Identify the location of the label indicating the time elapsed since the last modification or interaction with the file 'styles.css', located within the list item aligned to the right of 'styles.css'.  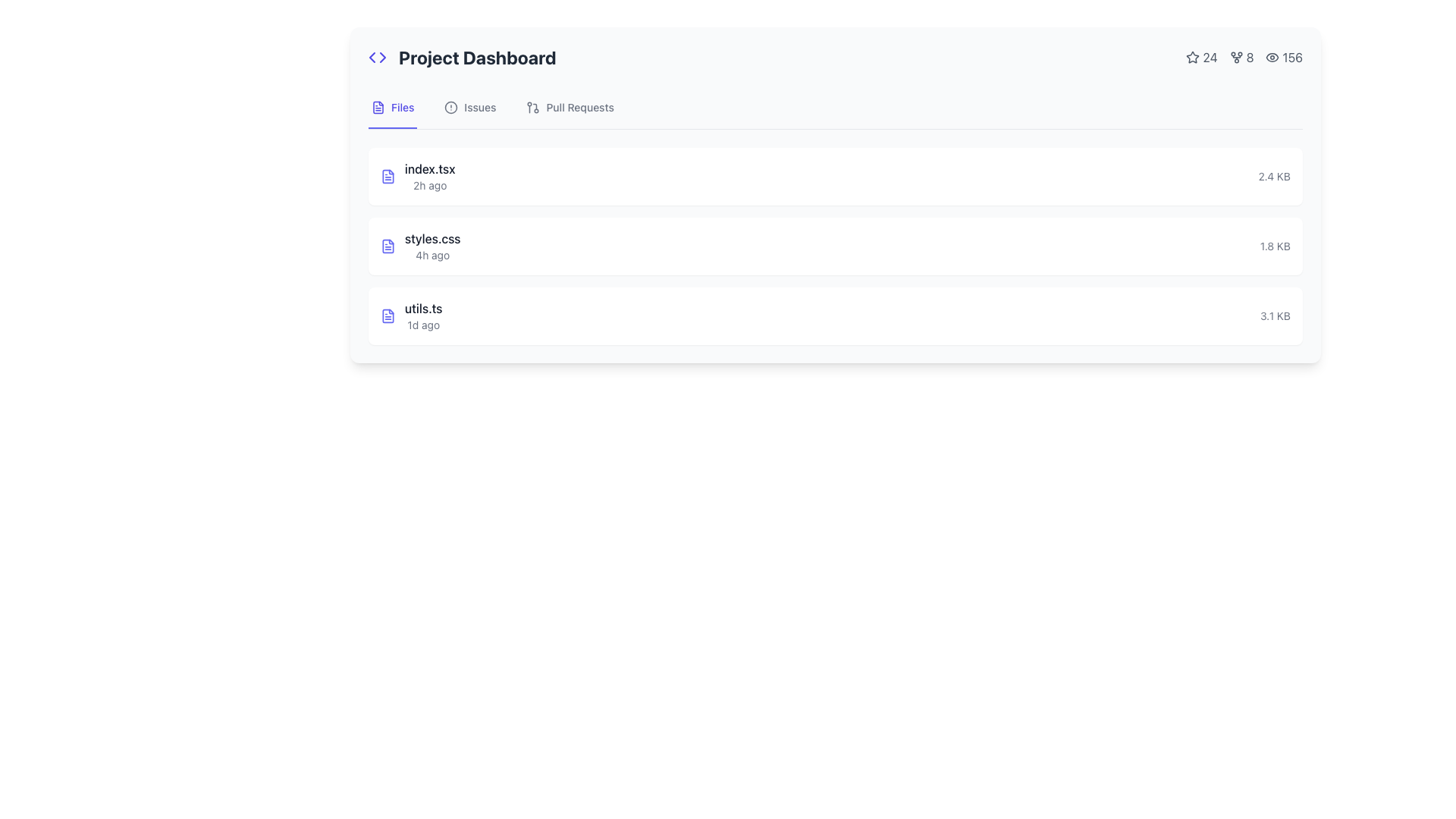
(431, 254).